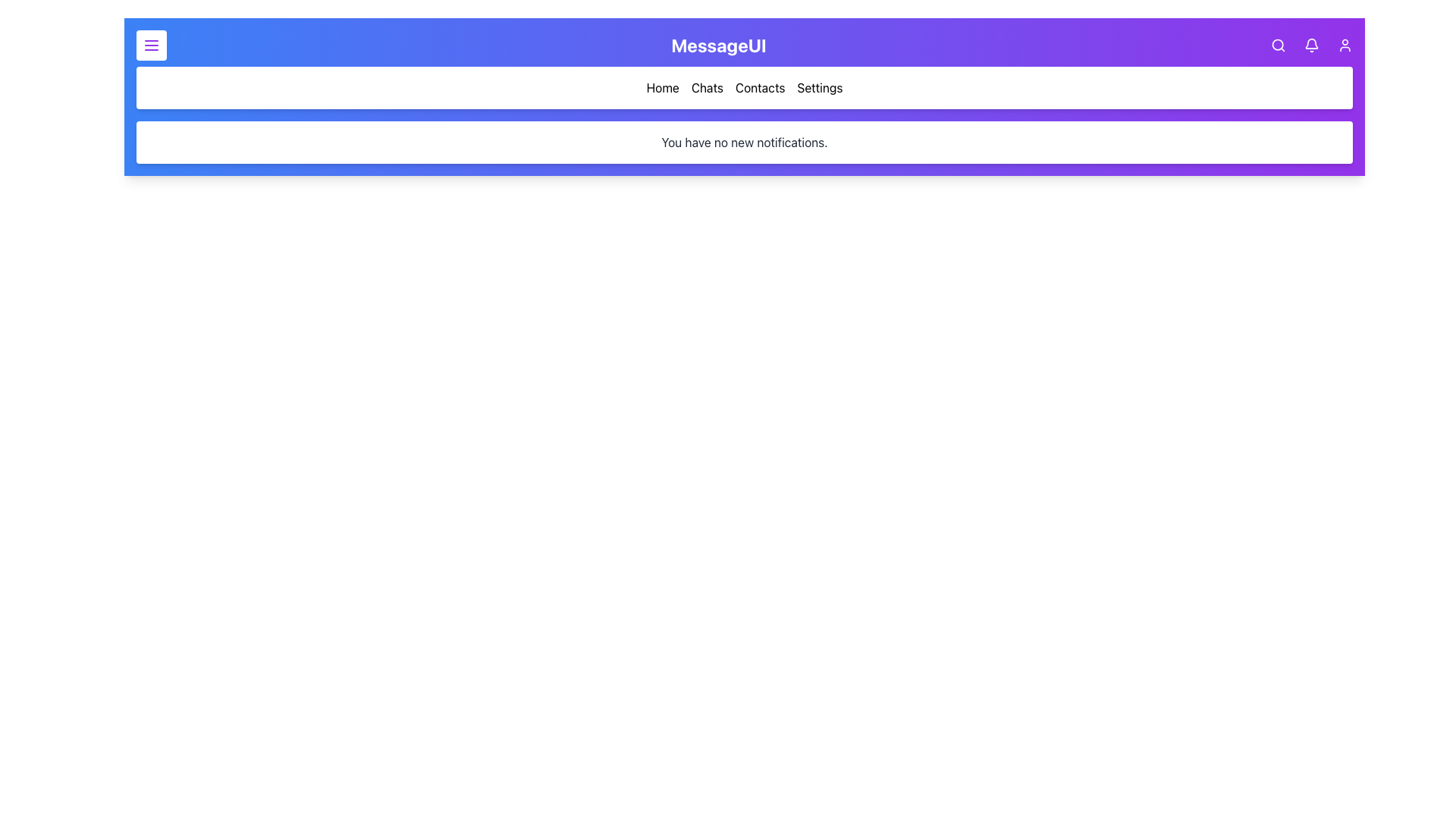  I want to click on the 'Contacts' navigation link in the horizontal menu bar, so click(745, 87).